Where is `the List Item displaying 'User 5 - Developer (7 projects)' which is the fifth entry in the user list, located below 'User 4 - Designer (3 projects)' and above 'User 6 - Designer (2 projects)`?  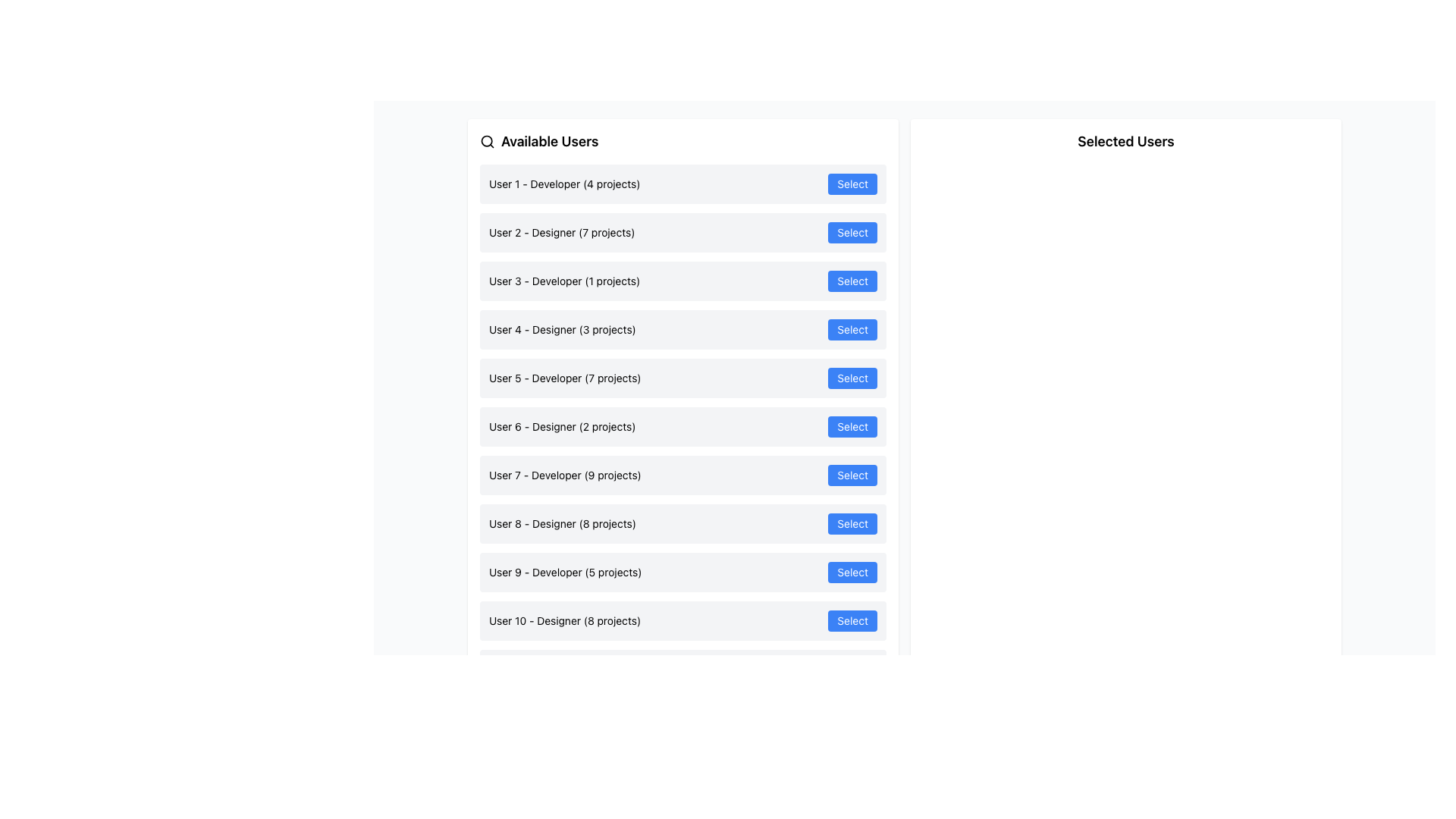 the List Item displaying 'User 5 - Developer (7 projects)' which is the fifth entry in the user list, located below 'User 4 - Designer (3 projects)' and above 'User 6 - Designer (2 projects) is located at coordinates (682, 377).